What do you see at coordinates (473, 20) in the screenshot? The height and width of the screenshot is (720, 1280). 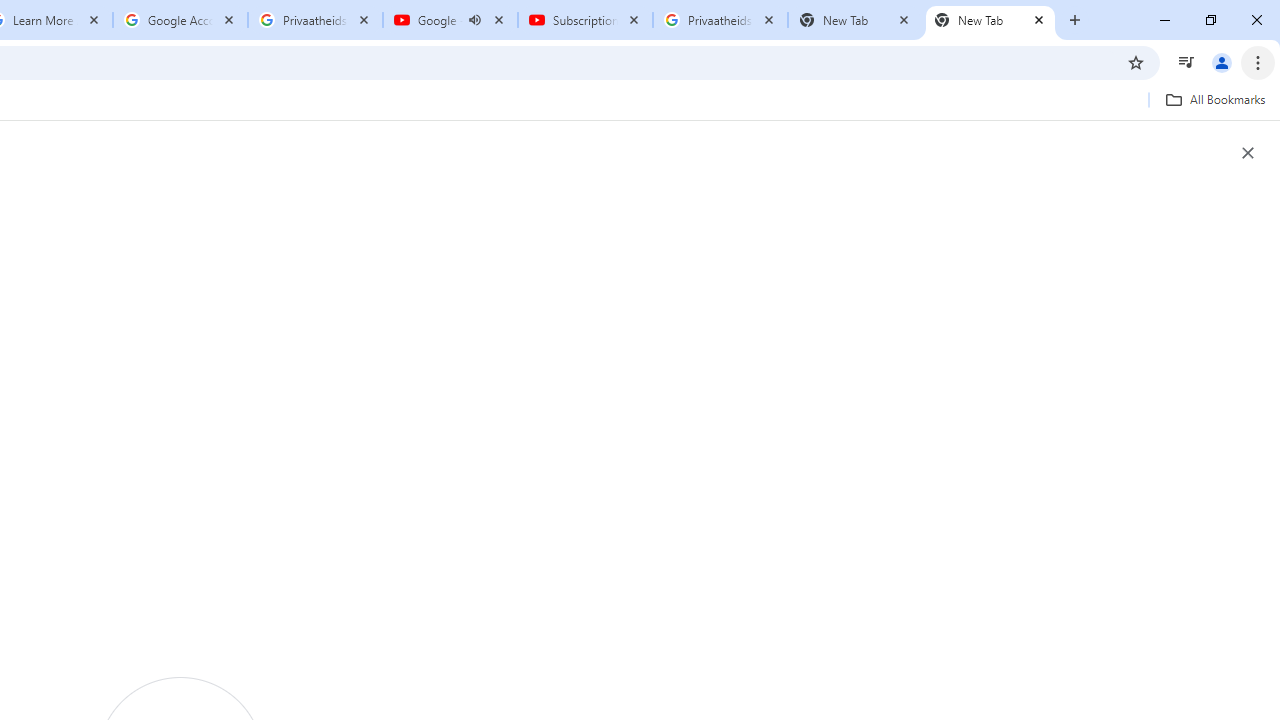 I see `'Mute tab'` at bounding box center [473, 20].